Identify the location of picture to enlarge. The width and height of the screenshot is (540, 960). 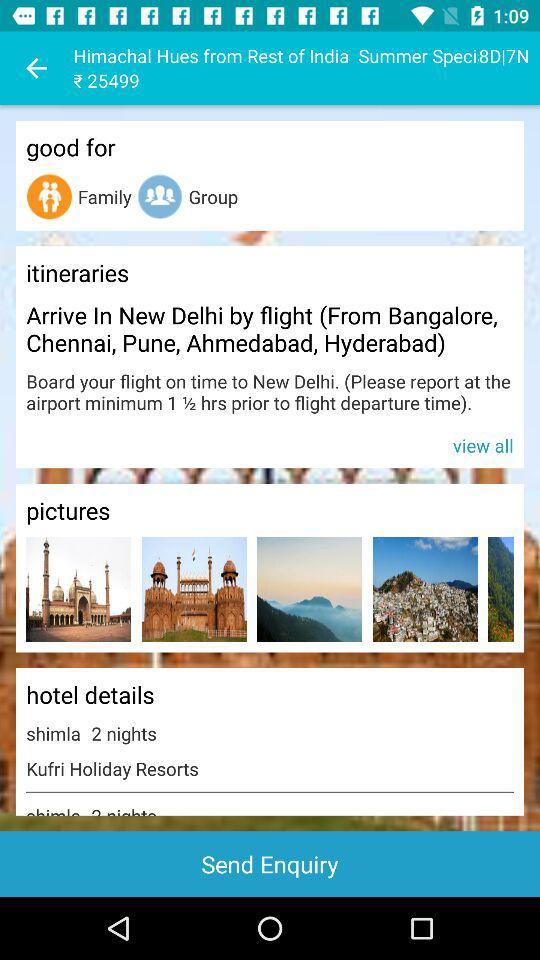
(500, 589).